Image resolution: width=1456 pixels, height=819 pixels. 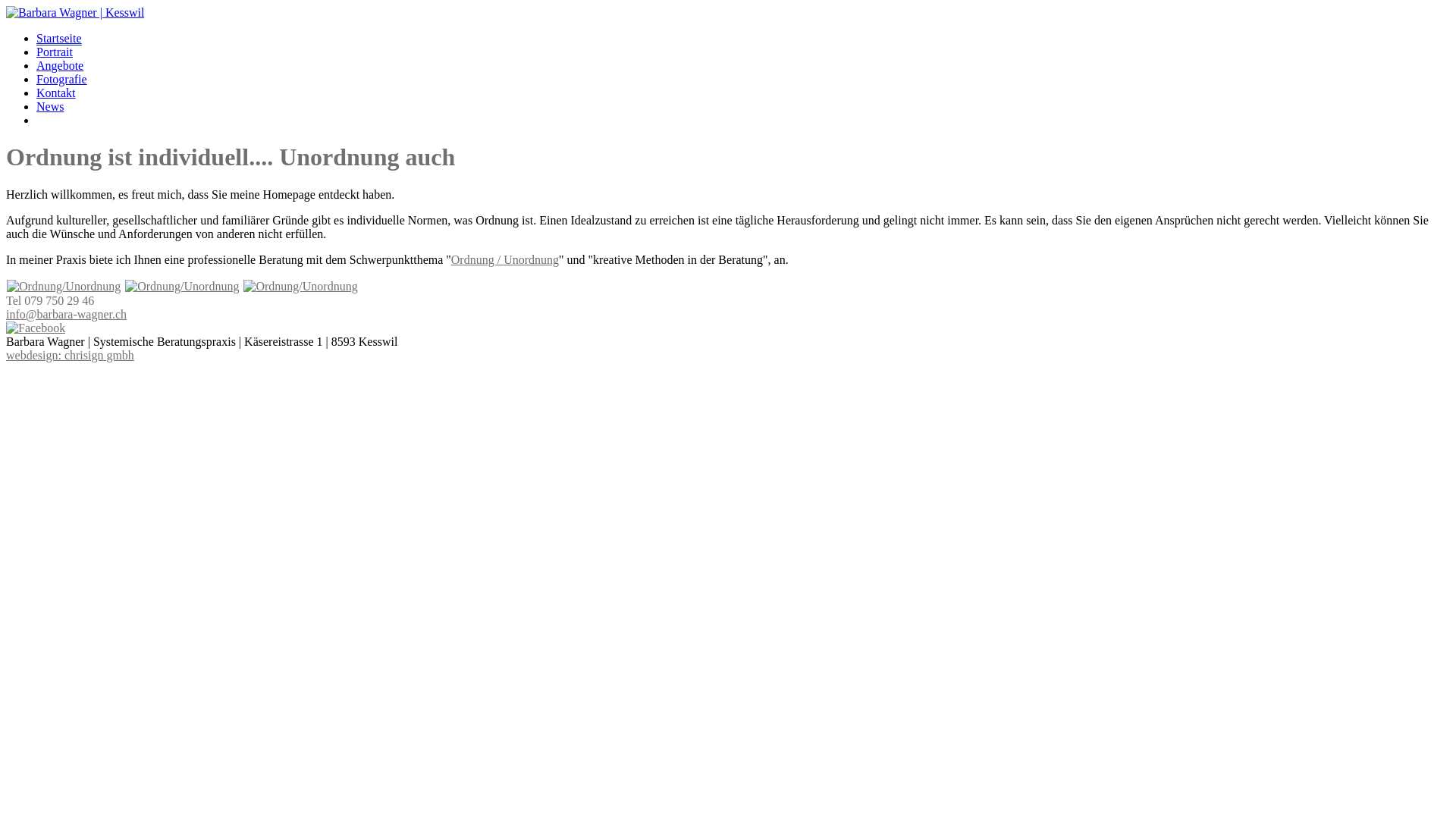 I want to click on 'Portrait', so click(x=36, y=51).